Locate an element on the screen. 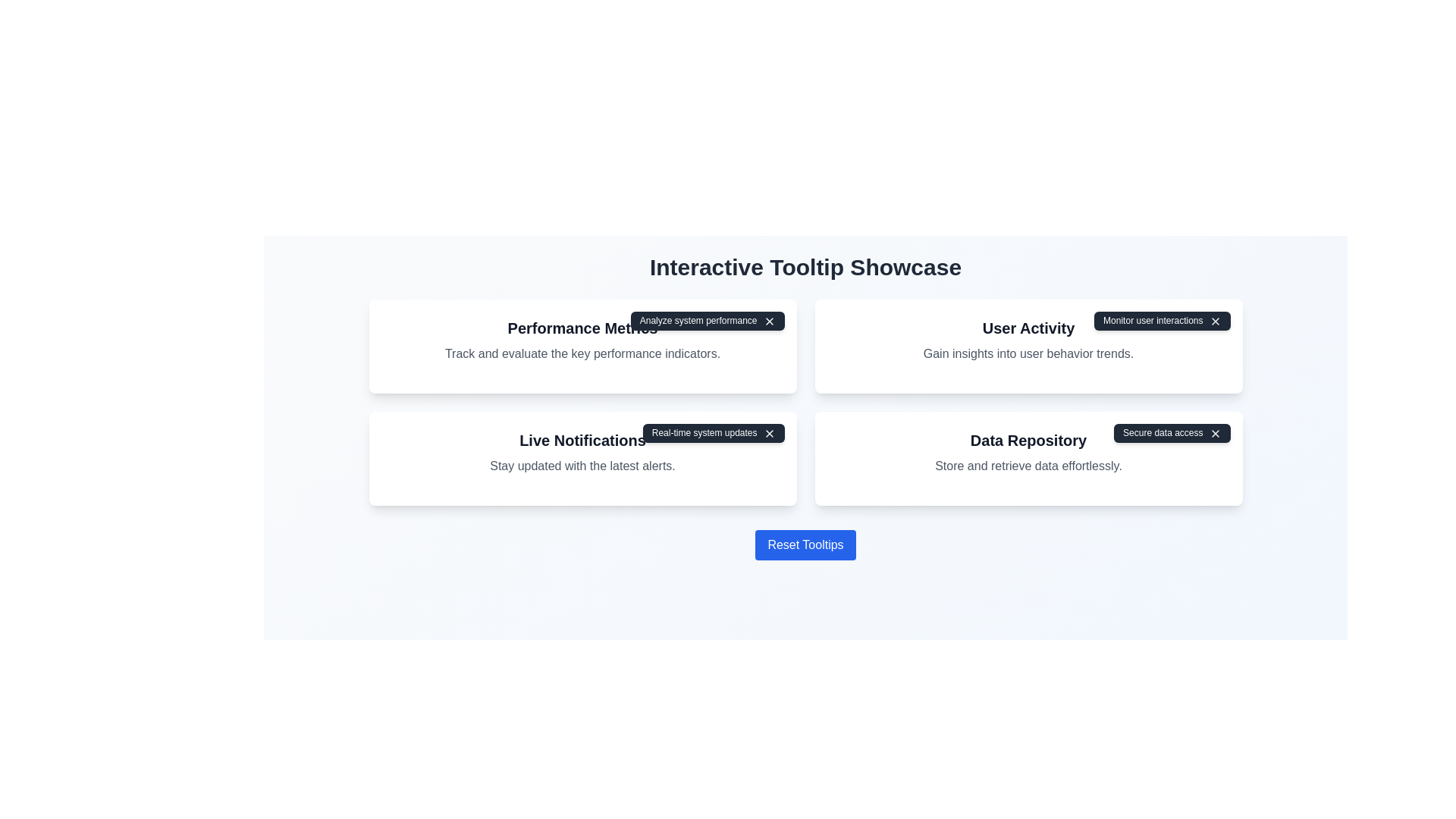 The height and width of the screenshot is (819, 1456). the static text display located below 'Performance Metrics' and above the badge labeled 'Analyze system performance.' is located at coordinates (582, 353).